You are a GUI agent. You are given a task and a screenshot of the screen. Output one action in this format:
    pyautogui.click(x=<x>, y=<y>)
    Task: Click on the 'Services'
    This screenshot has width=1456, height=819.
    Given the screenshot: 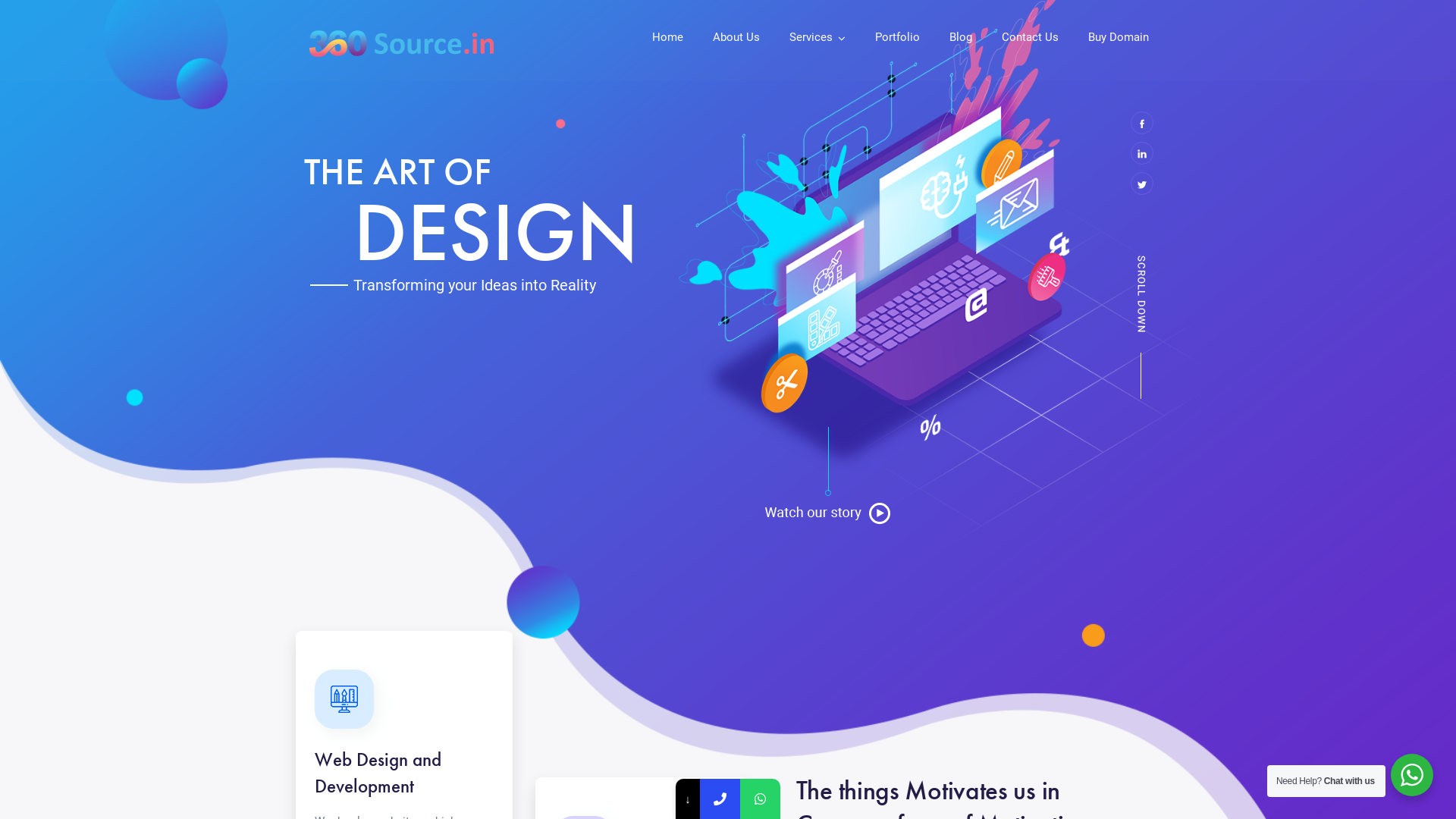 What is the action you would take?
    pyautogui.click(x=817, y=38)
    